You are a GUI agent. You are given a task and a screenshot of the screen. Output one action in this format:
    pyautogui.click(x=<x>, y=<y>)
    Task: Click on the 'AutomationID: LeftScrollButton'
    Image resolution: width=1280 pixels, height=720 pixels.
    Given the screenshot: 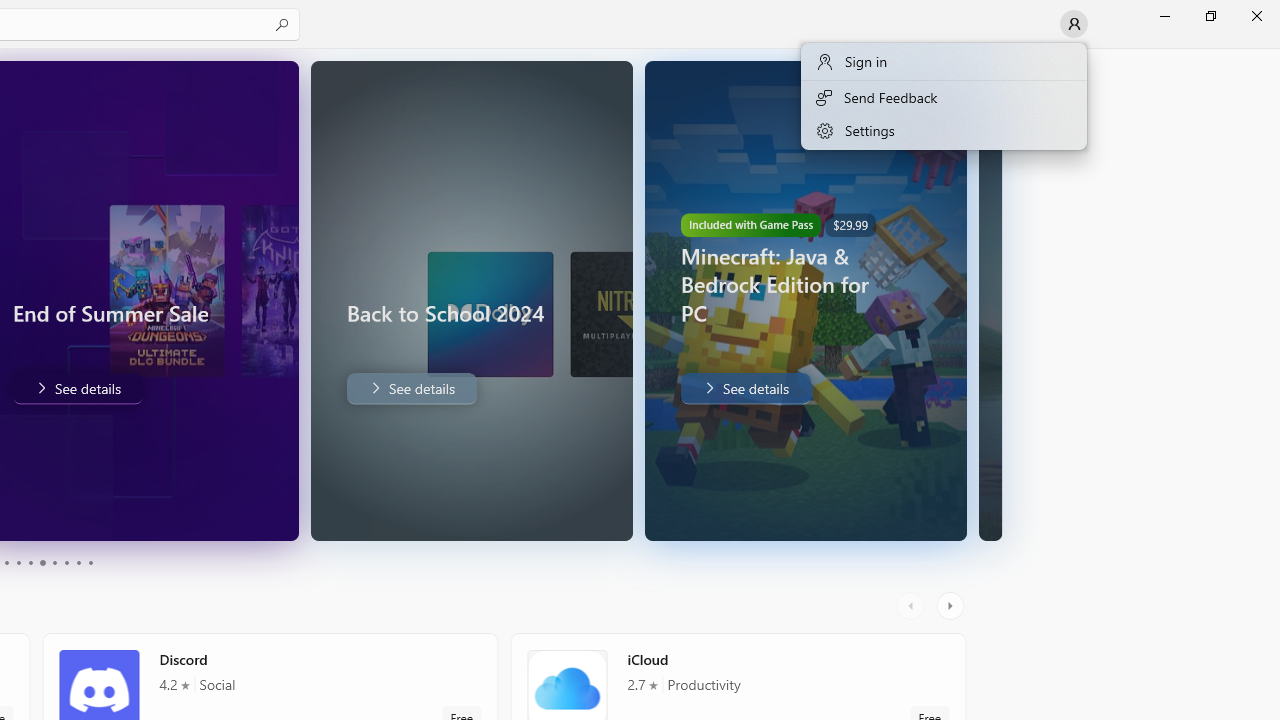 What is the action you would take?
    pyautogui.click(x=912, y=605)
    